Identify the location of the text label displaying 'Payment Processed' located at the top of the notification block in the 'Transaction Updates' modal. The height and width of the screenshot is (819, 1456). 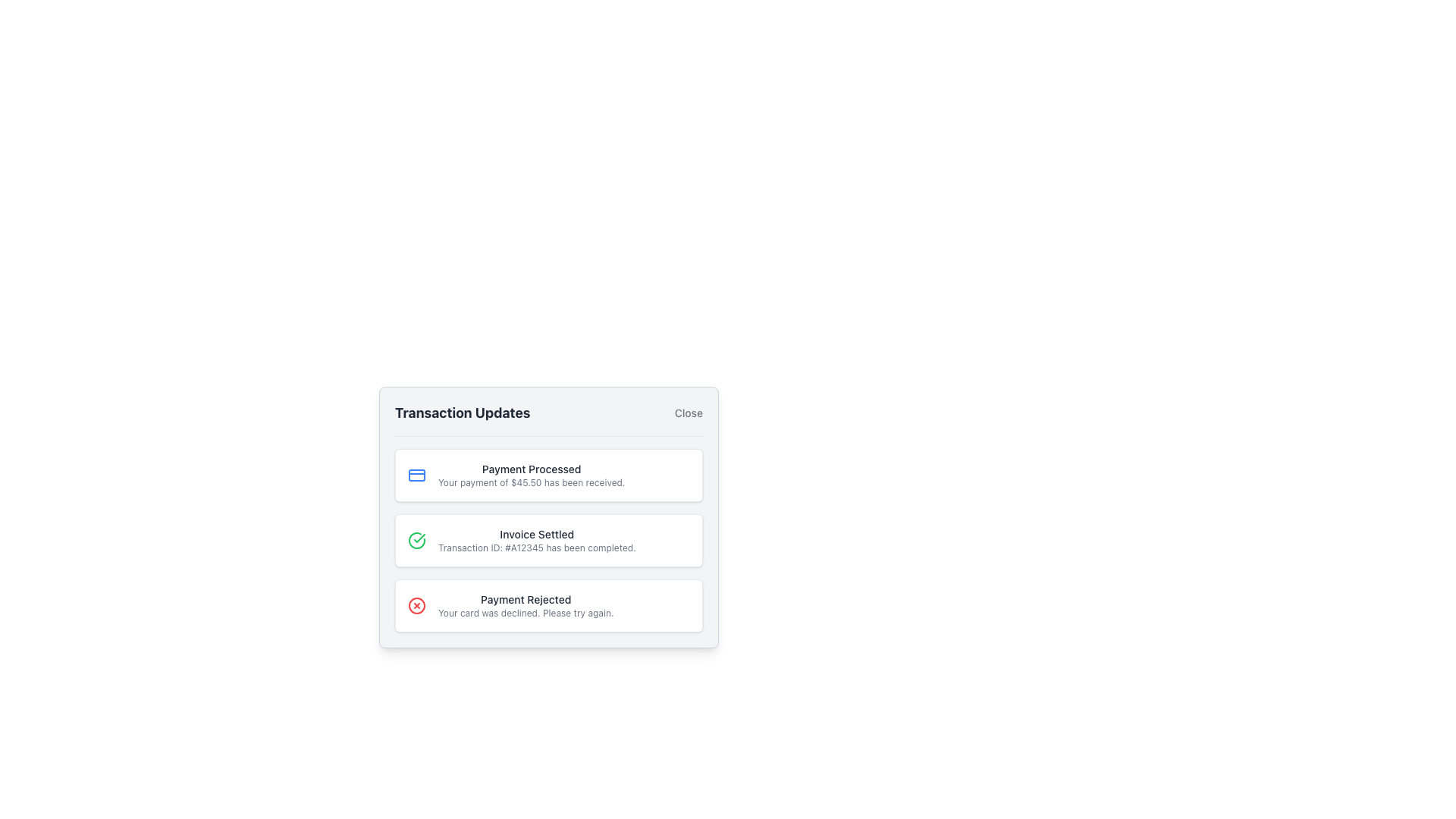
(532, 468).